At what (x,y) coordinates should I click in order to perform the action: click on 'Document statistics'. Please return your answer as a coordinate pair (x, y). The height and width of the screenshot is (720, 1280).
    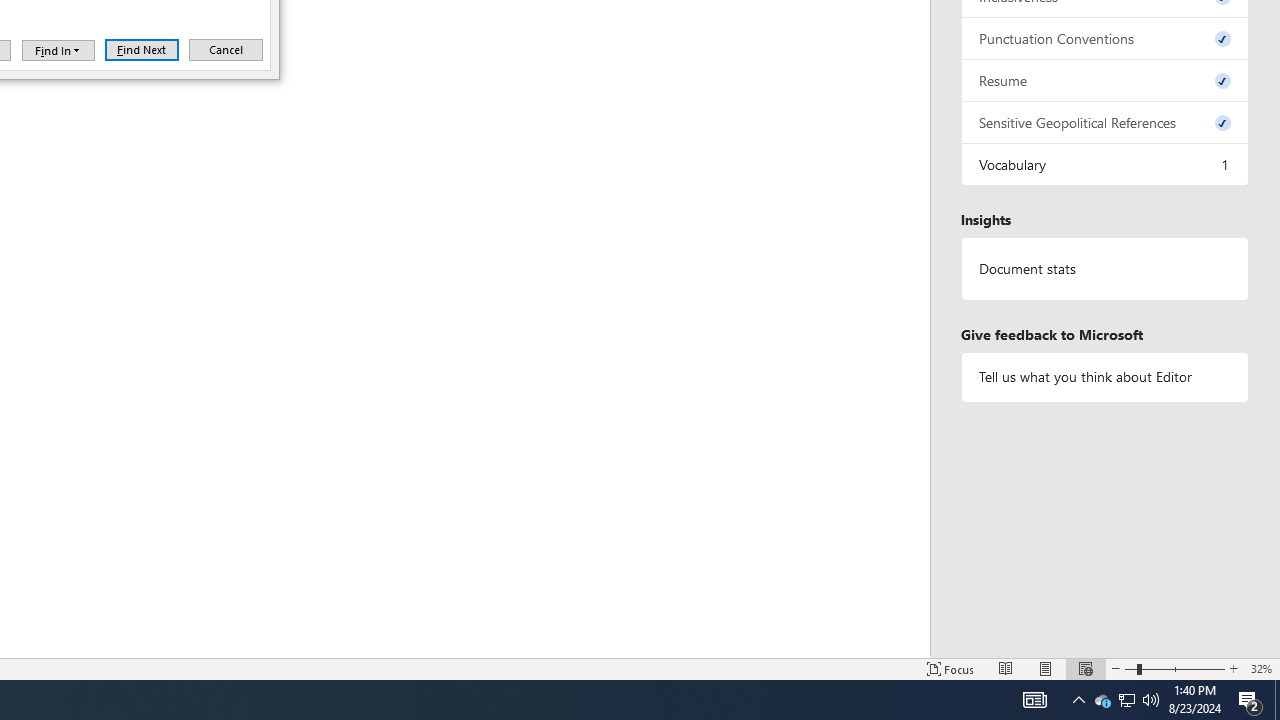
    Looking at the image, I should click on (1104, 268).